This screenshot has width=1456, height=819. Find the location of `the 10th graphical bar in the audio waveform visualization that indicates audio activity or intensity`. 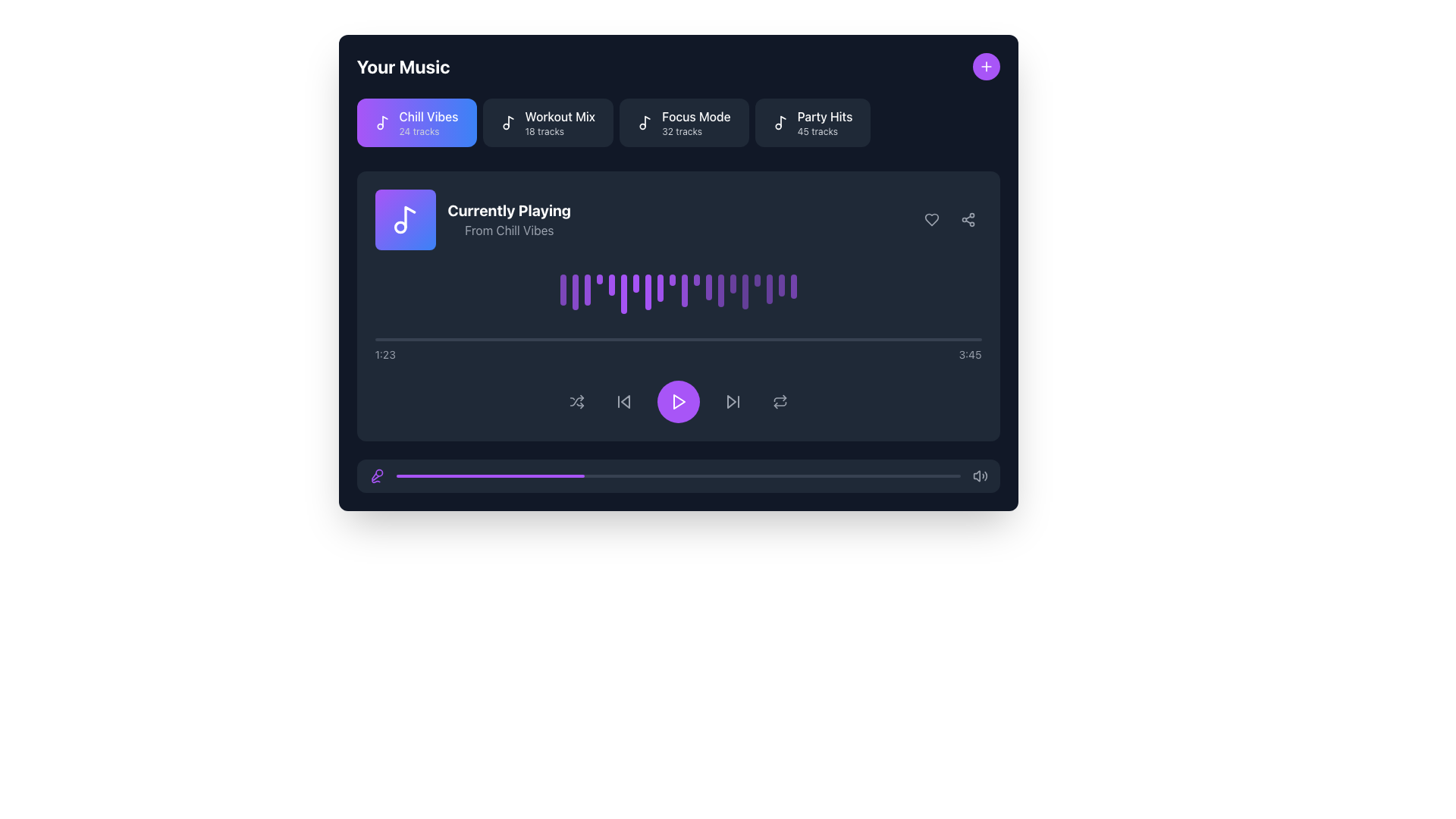

the 10th graphical bar in the audio waveform visualization that indicates audio activity or intensity is located at coordinates (671, 280).